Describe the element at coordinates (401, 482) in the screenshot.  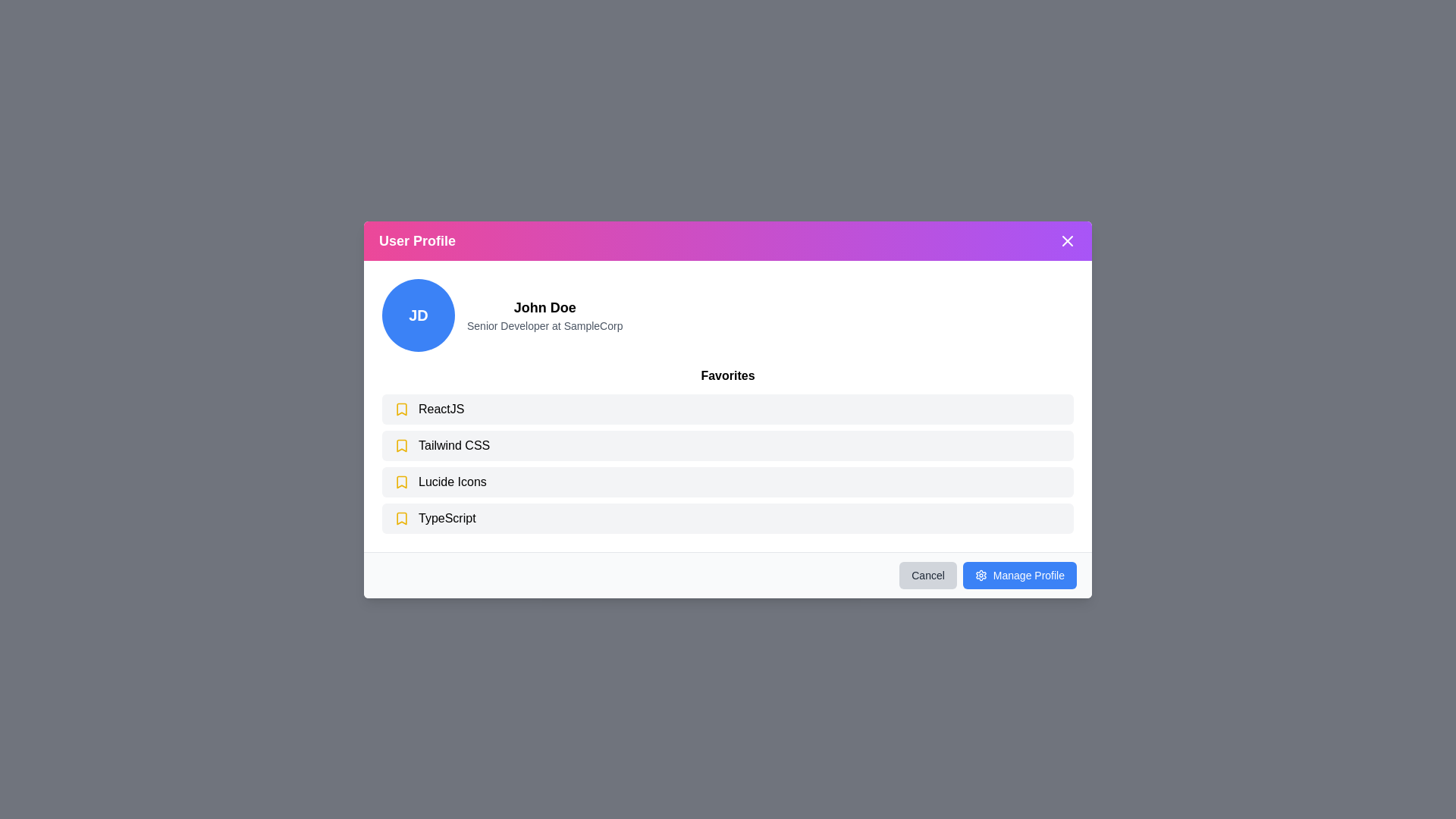
I see `the favorite icon for 'Lucide Icons' located in the third row of the favorites list` at that location.